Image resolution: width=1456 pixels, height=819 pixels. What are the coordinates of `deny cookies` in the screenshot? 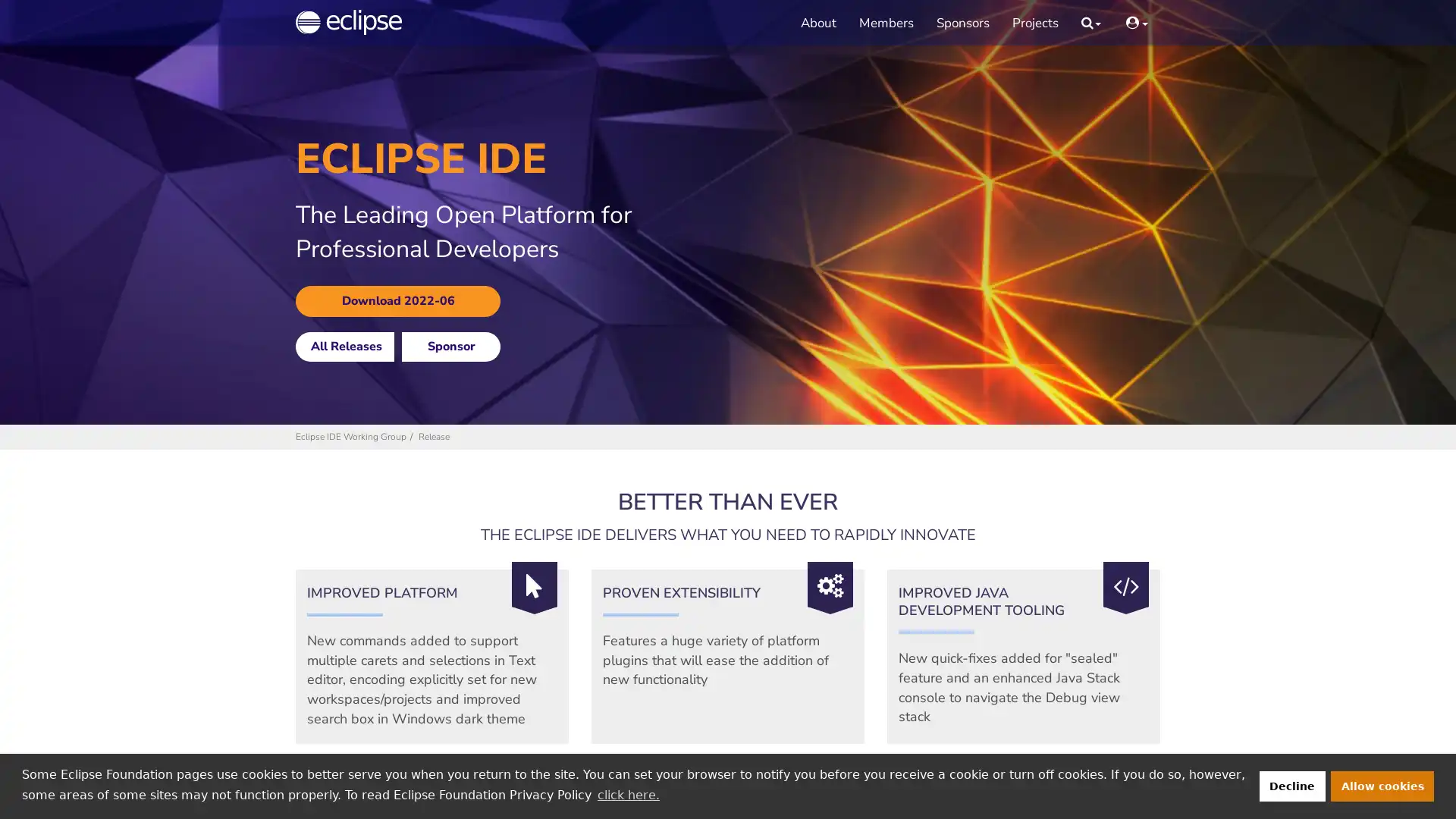 It's located at (1291, 785).